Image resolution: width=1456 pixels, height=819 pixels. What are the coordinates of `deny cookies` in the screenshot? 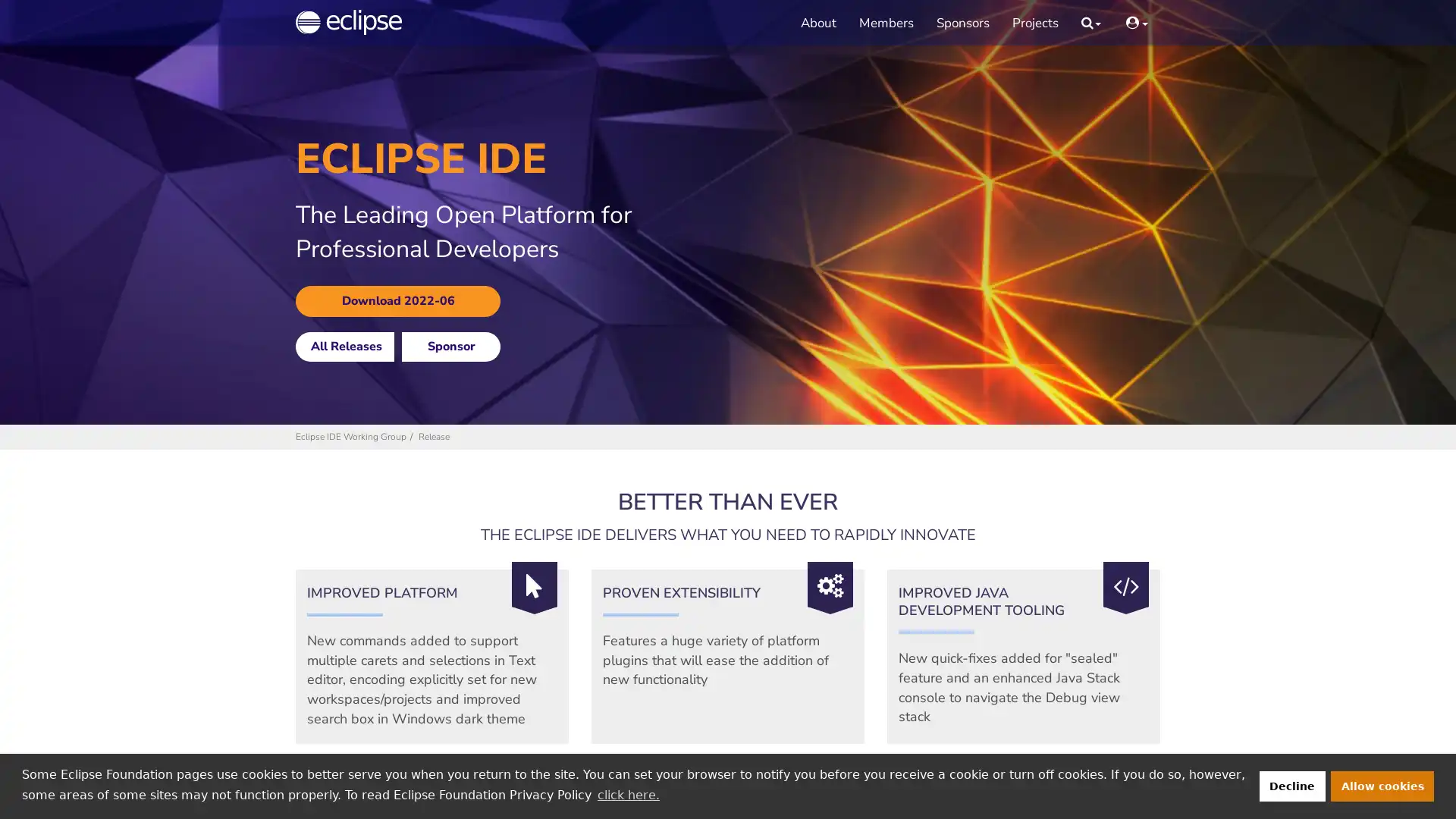 It's located at (1291, 785).